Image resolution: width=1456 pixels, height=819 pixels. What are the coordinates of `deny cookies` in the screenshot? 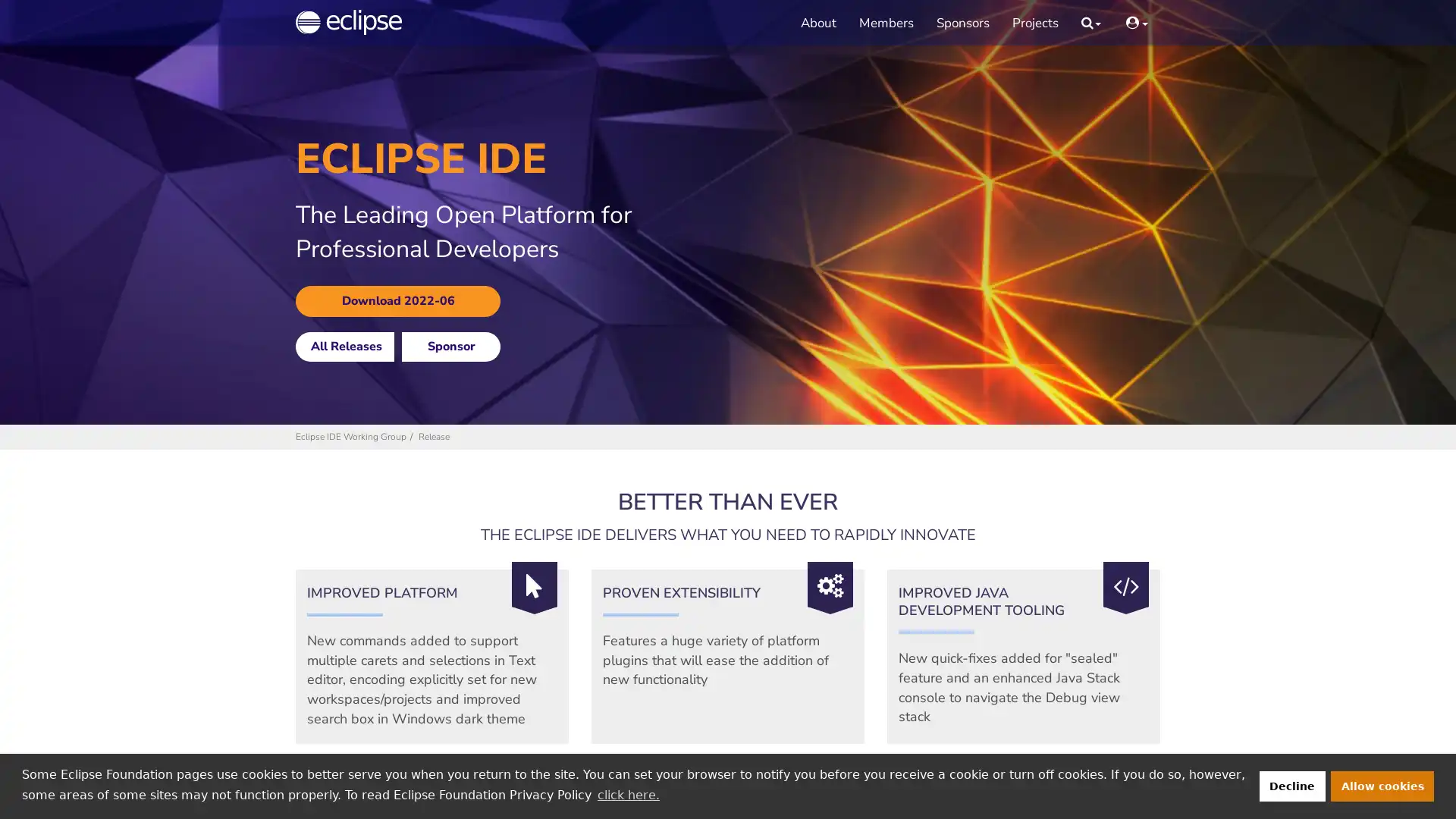 It's located at (1291, 785).